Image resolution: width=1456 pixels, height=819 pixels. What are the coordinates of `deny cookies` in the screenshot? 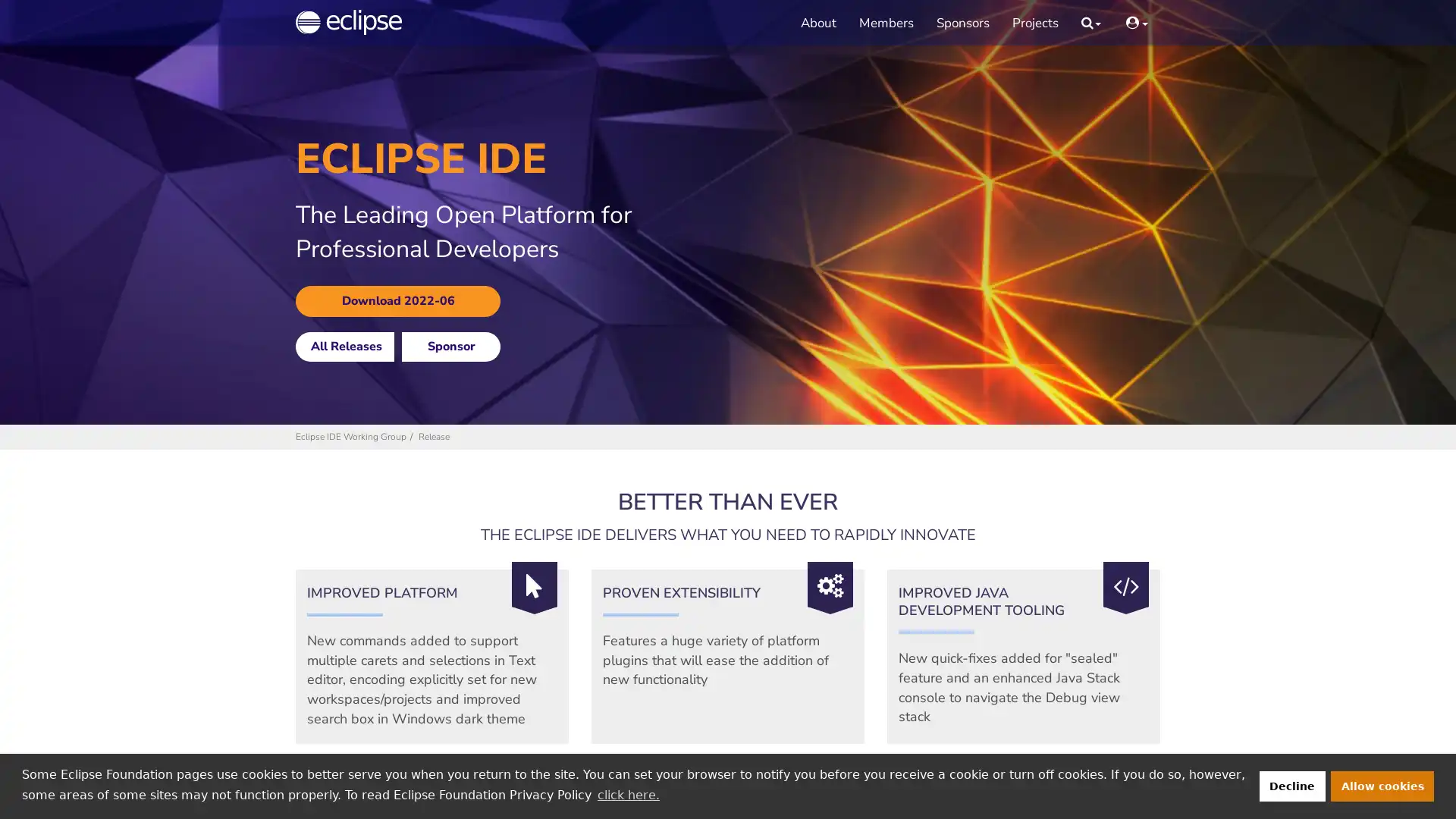 It's located at (1291, 785).